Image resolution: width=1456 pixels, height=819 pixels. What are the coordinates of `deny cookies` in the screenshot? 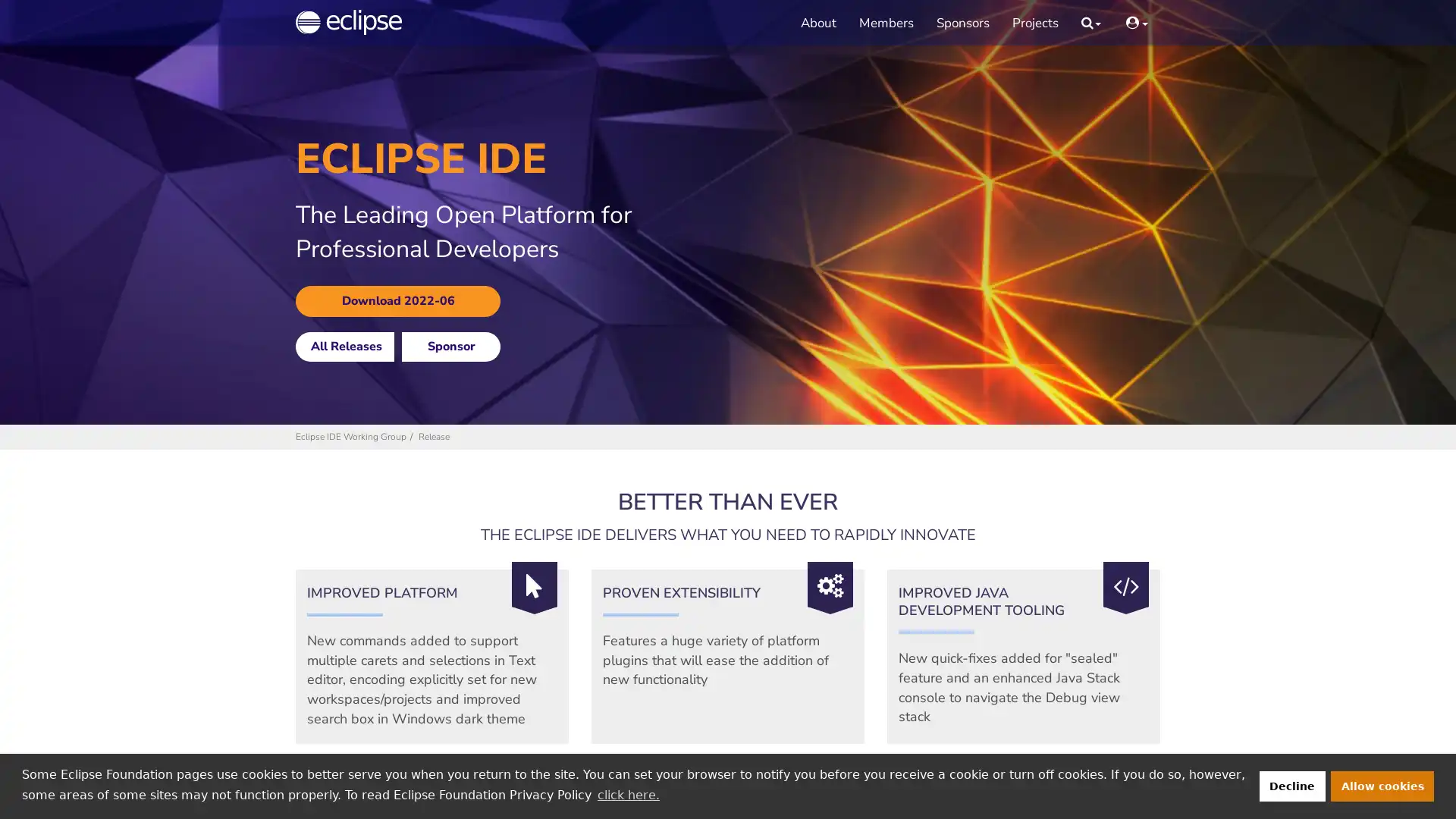 It's located at (1291, 785).